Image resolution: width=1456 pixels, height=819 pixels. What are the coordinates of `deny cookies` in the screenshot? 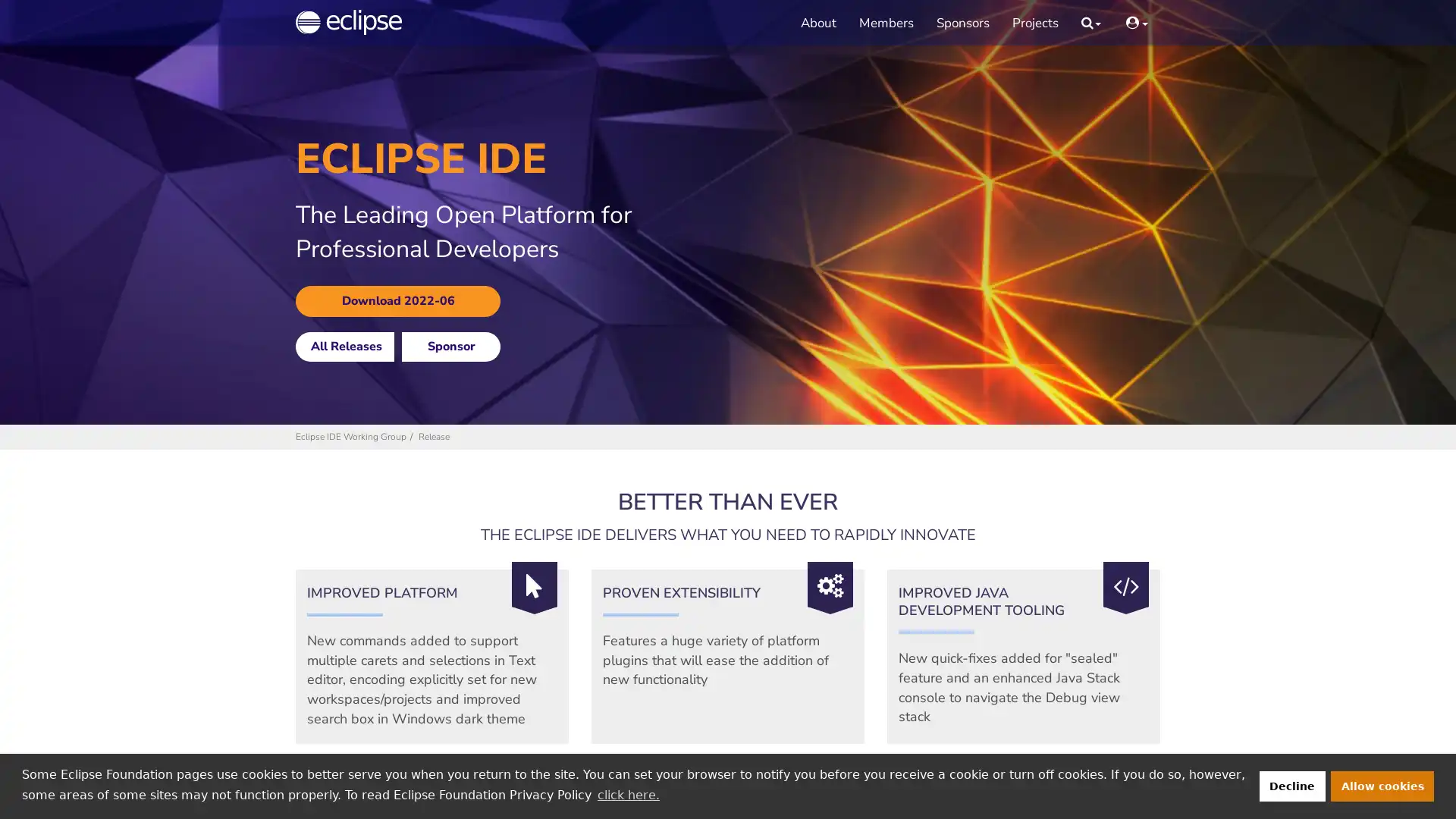 It's located at (1291, 785).